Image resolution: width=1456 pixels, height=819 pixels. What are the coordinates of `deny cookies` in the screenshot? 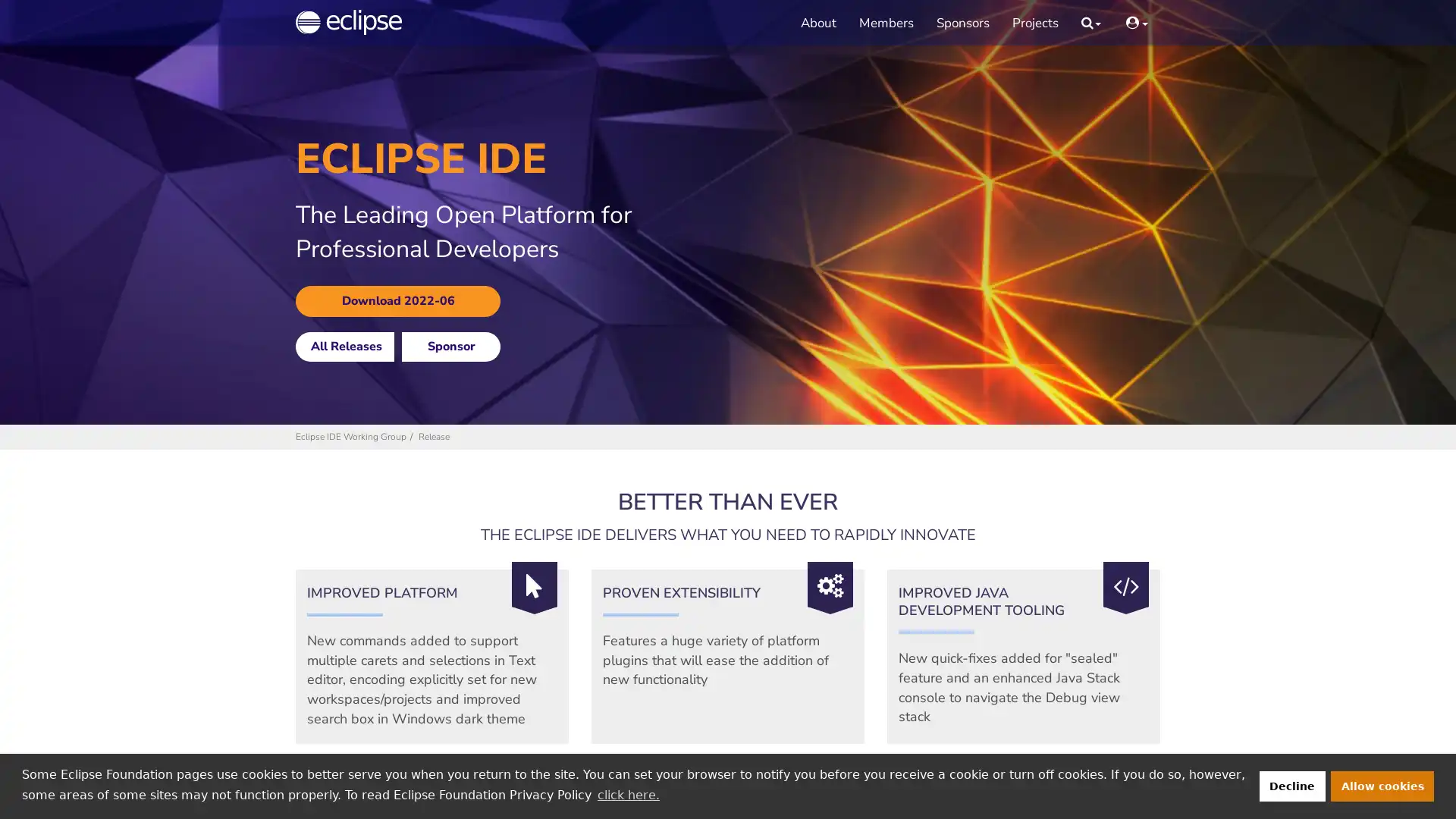 It's located at (1291, 785).